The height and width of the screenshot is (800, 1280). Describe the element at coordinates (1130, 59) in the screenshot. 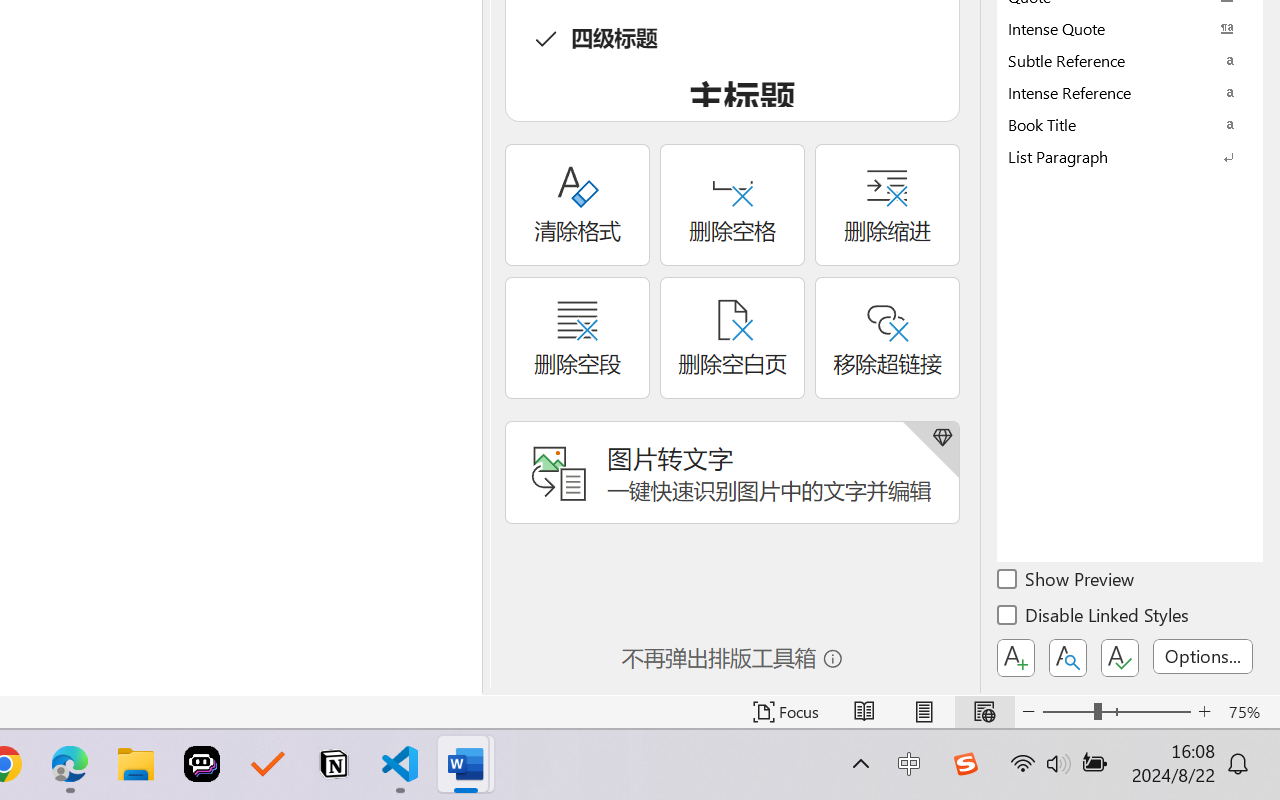

I see `'Subtle Reference'` at that location.